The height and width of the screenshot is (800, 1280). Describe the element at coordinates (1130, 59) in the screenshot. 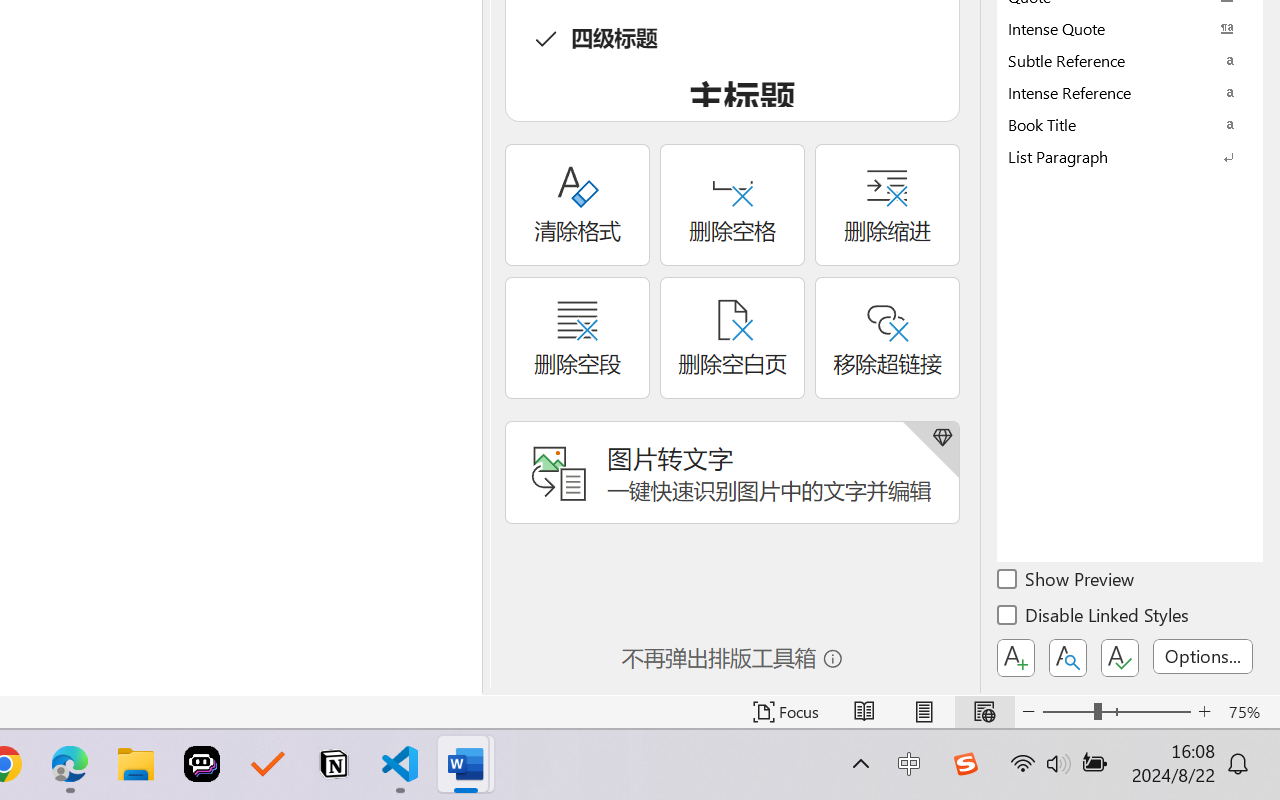

I see `'Subtle Reference'` at that location.